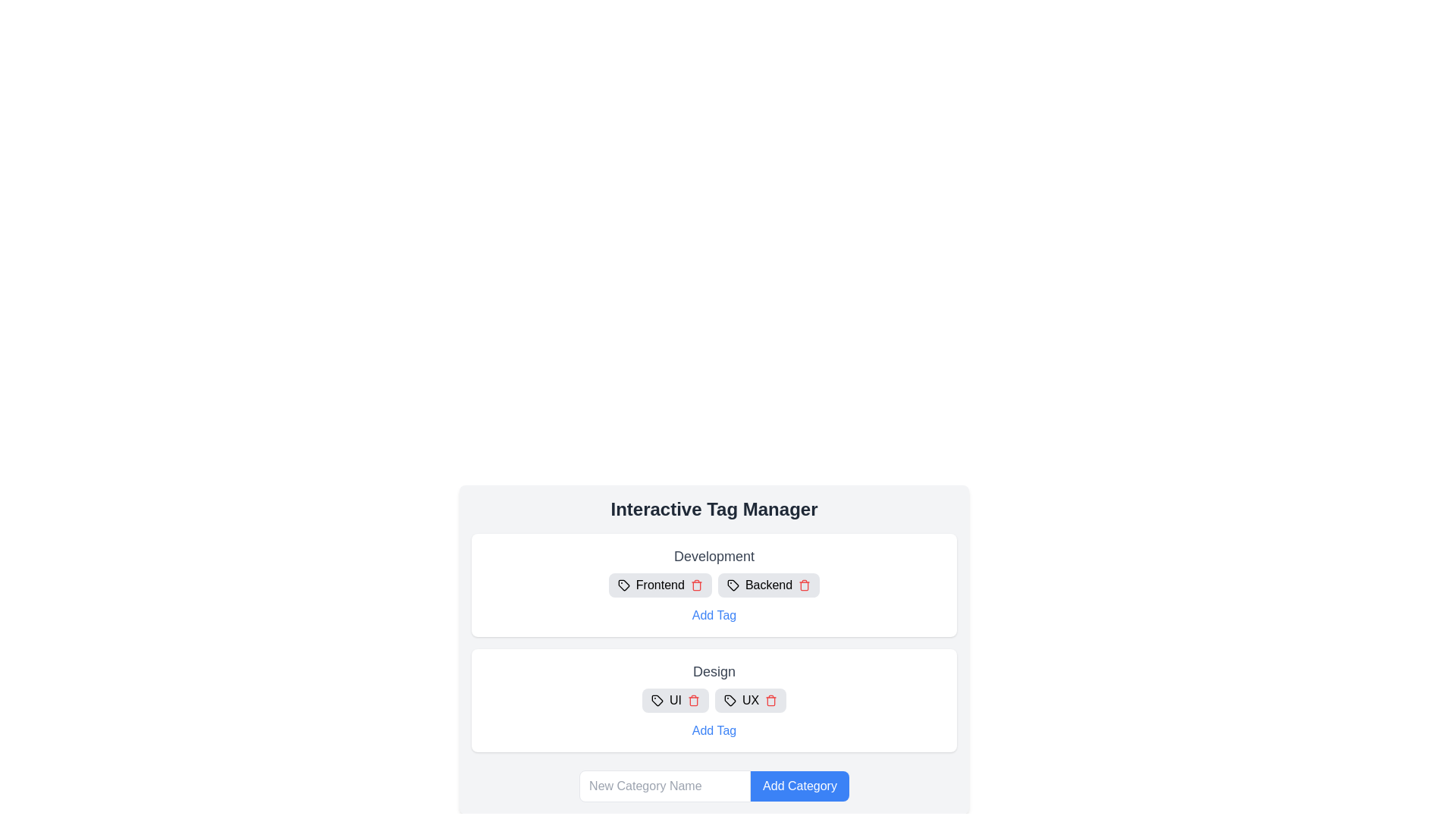  I want to click on the monochromatic tag icon associated with the 'Backend' label, which features a small circle in one corner, so click(733, 584).